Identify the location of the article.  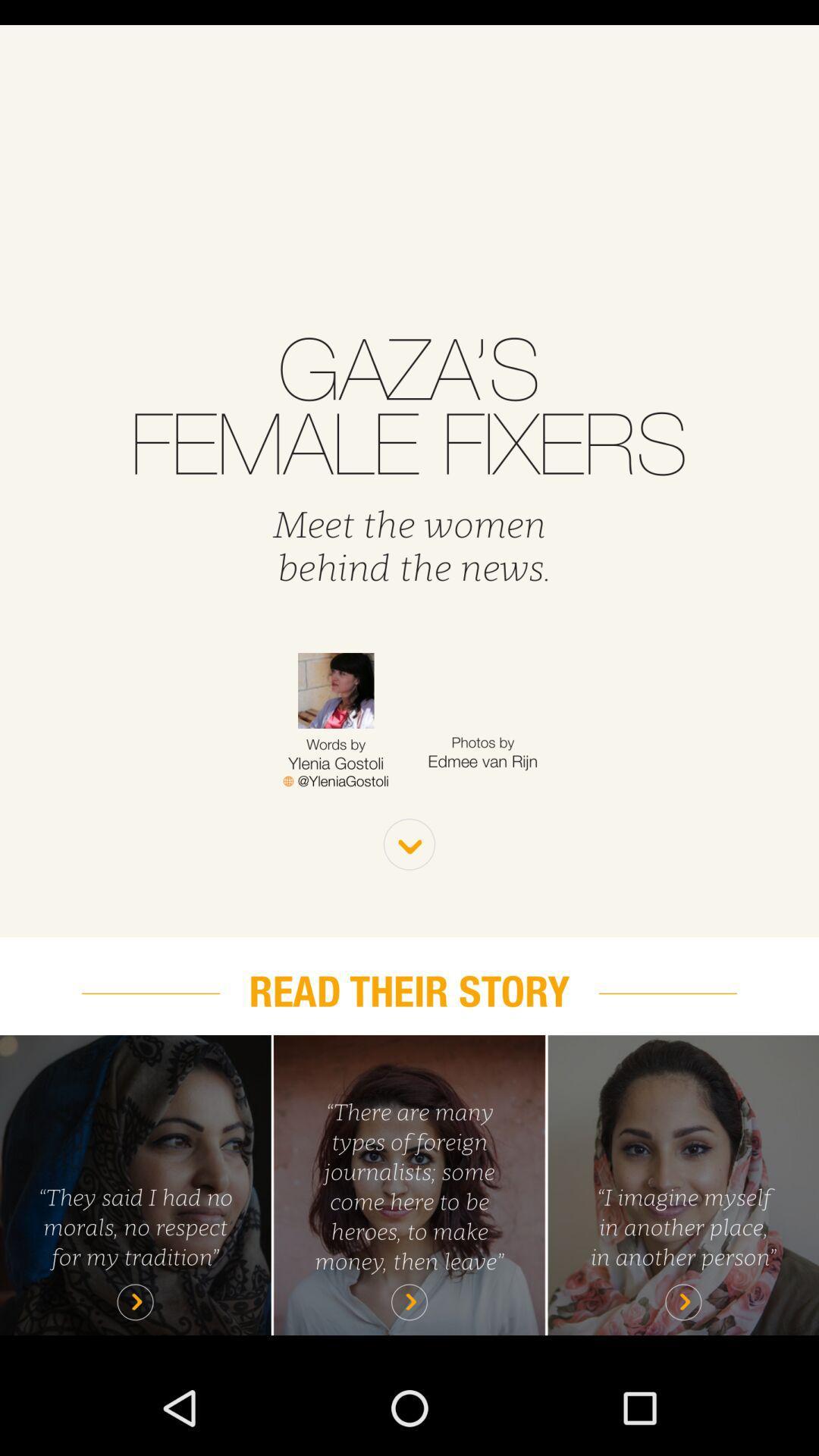
(134, 1184).